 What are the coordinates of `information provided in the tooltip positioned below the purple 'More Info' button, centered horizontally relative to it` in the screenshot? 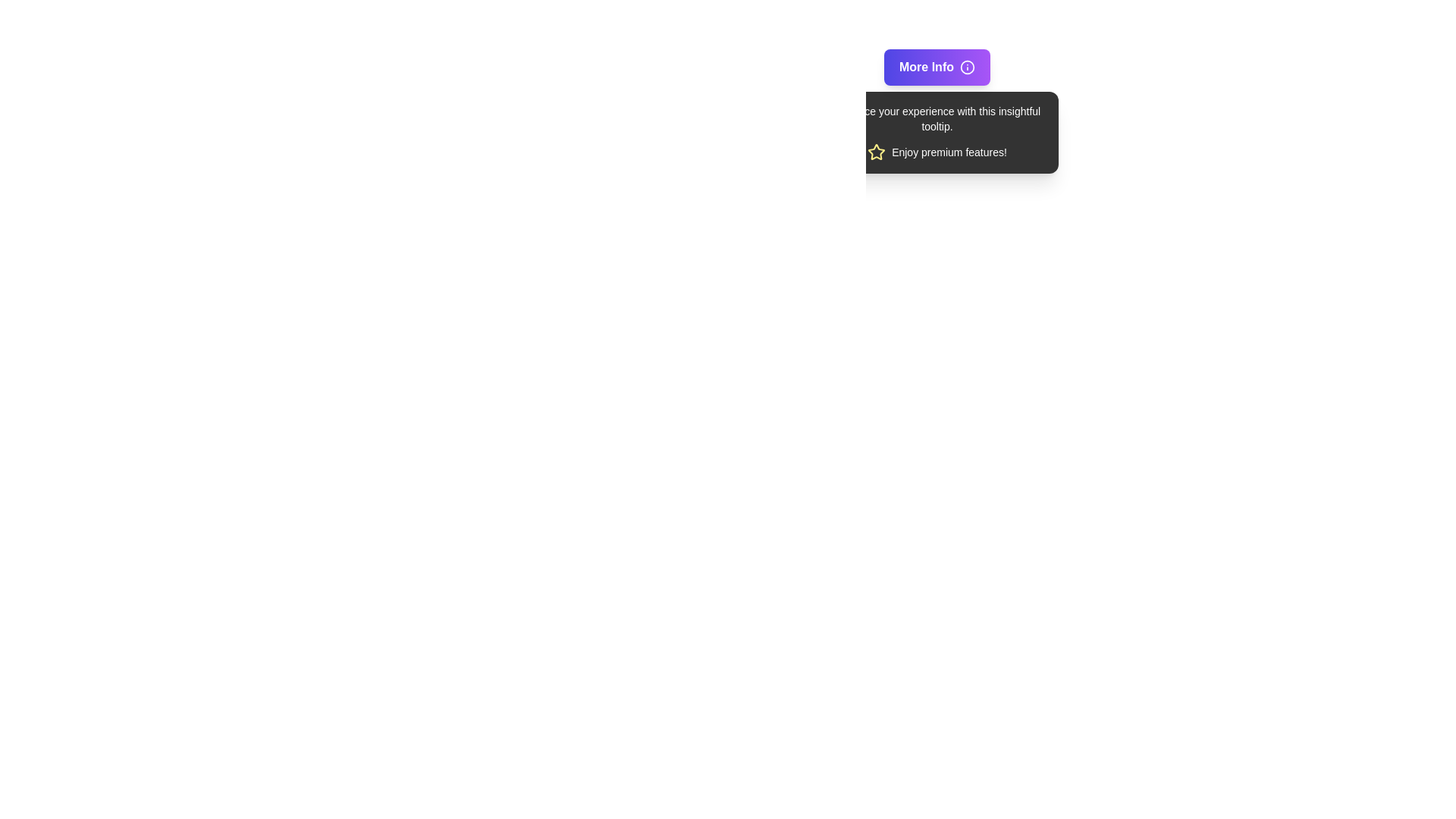 It's located at (937, 131).